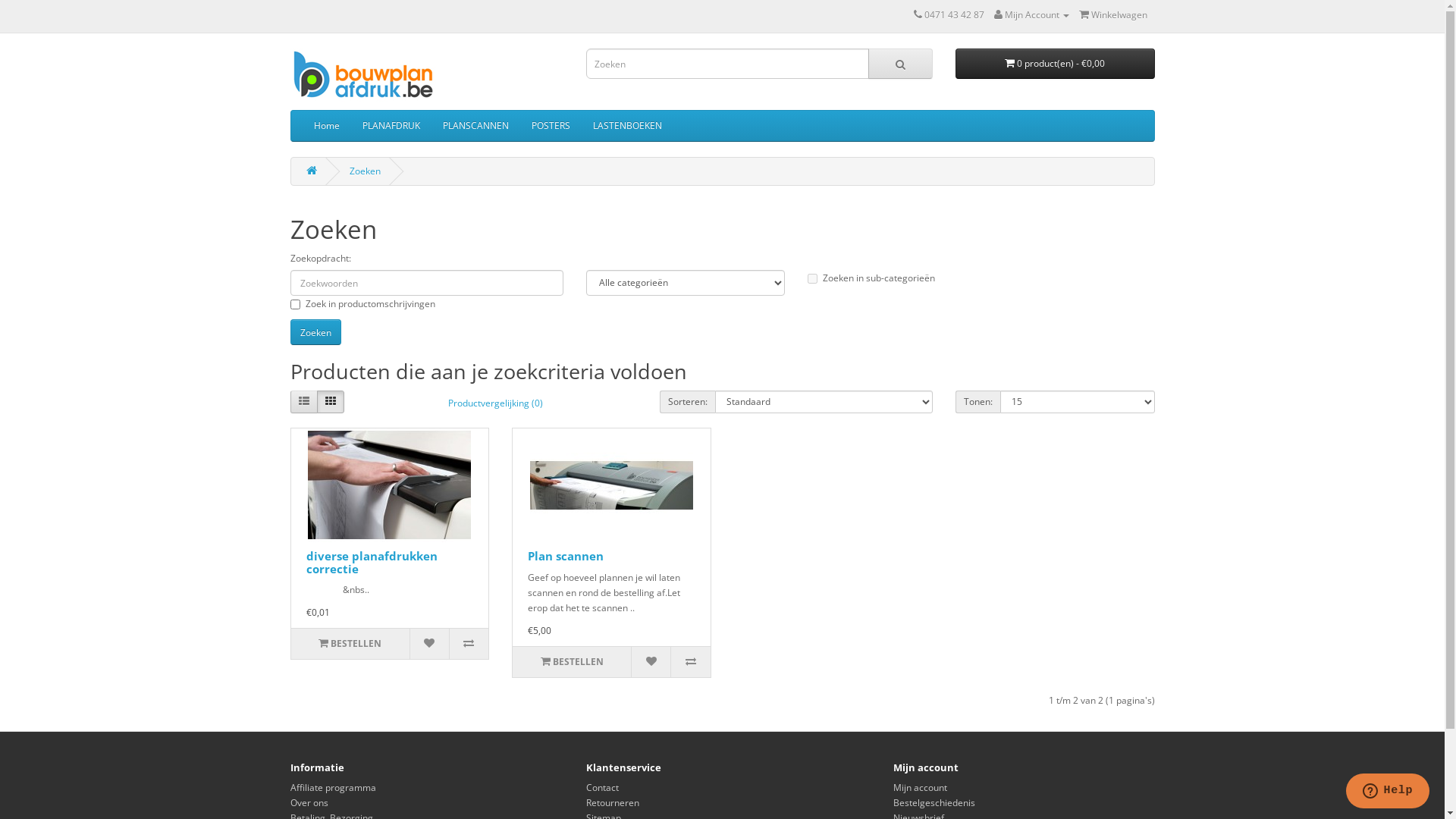 This screenshot has width=1456, height=819. I want to click on 'Winkelwagen', so click(1112, 14).